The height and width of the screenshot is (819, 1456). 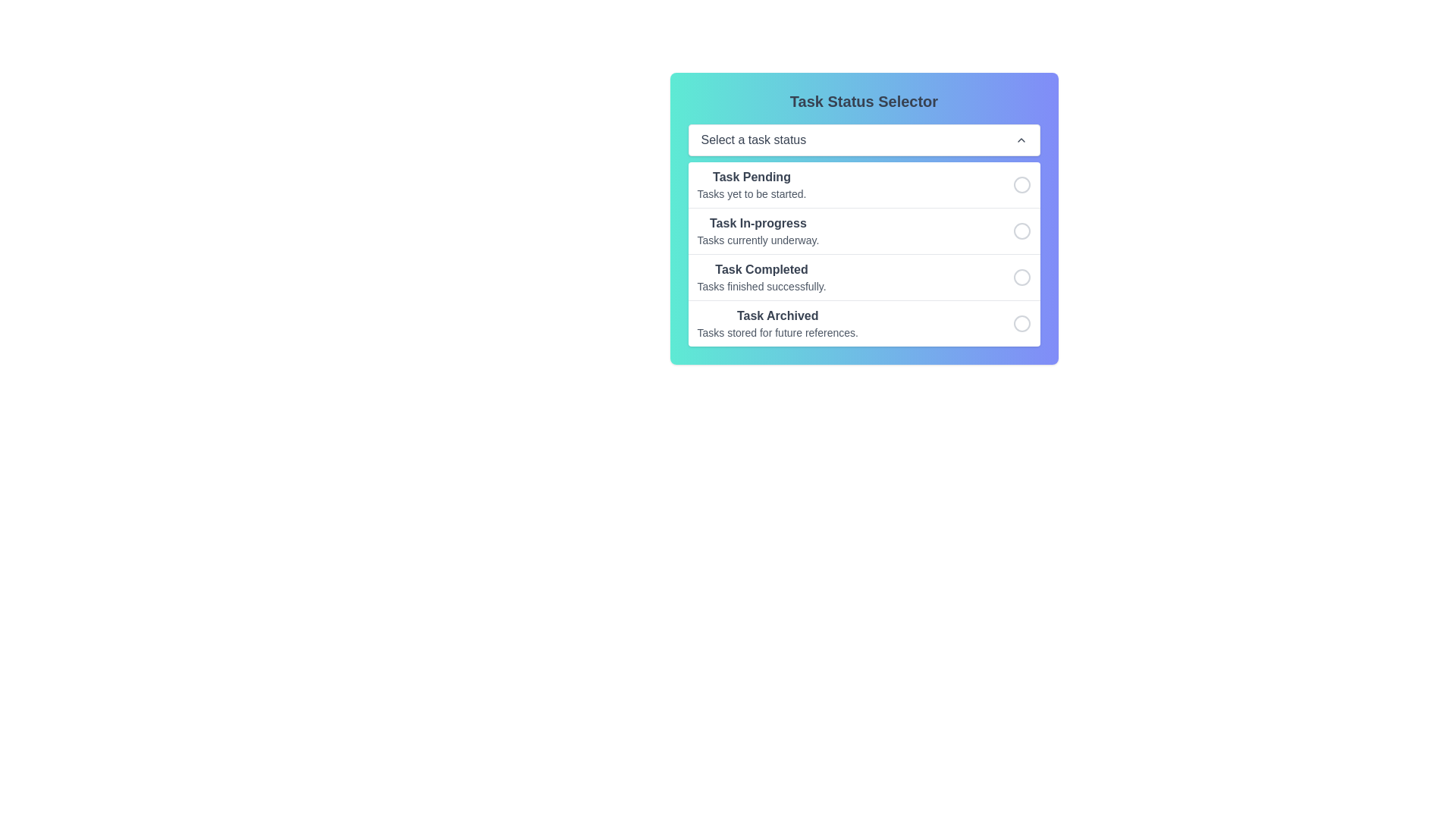 What do you see at coordinates (864, 184) in the screenshot?
I see `the topmost selectable list item in the 'Task Status Selector' dropdown` at bounding box center [864, 184].